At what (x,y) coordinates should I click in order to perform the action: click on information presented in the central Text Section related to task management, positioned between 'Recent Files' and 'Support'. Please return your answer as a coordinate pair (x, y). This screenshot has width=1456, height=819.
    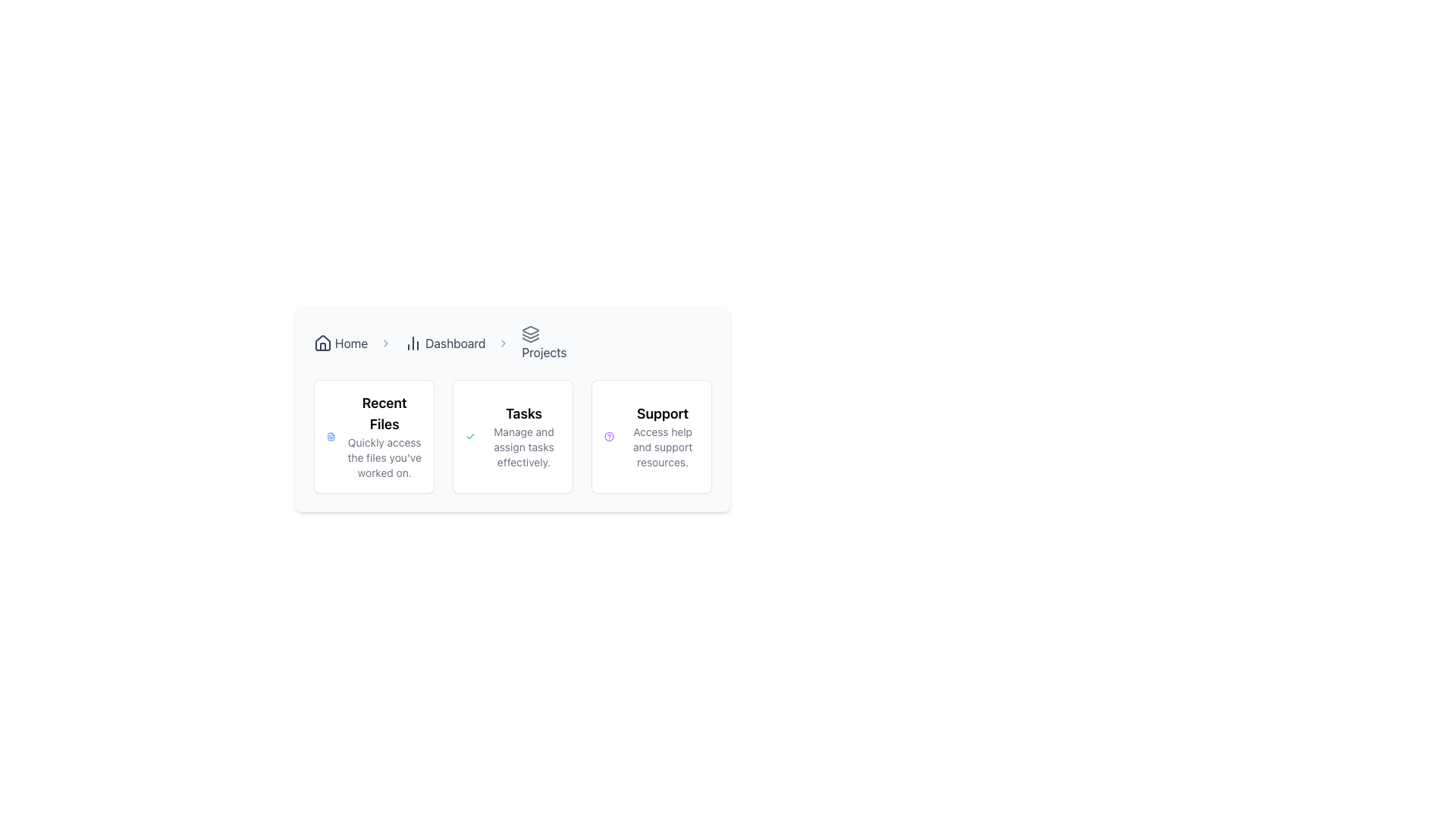
    Looking at the image, I should click on (524, 436).